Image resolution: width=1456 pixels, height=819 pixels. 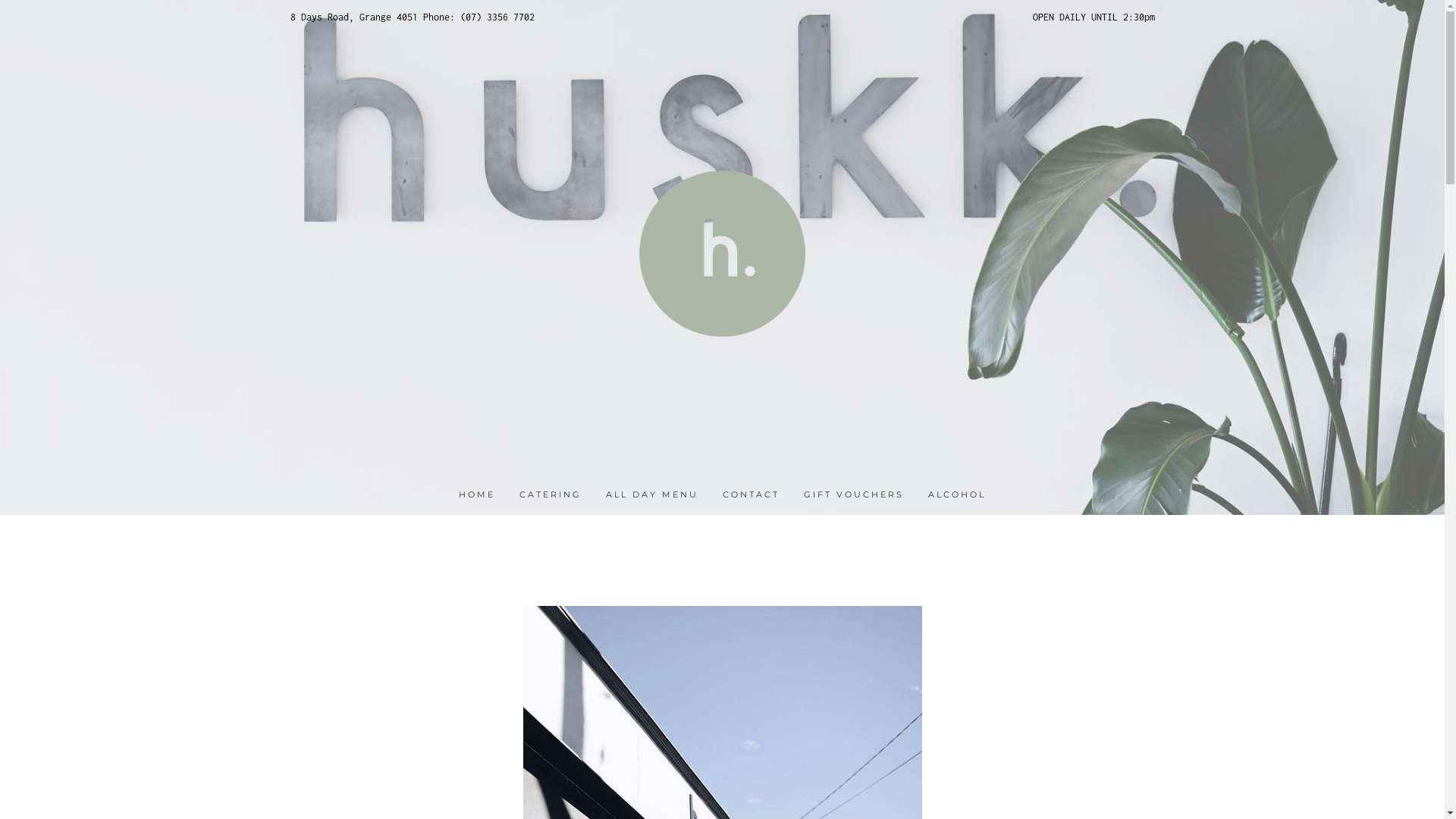 I want to click on 'ALCOHOL', so click(x=956, y=495).